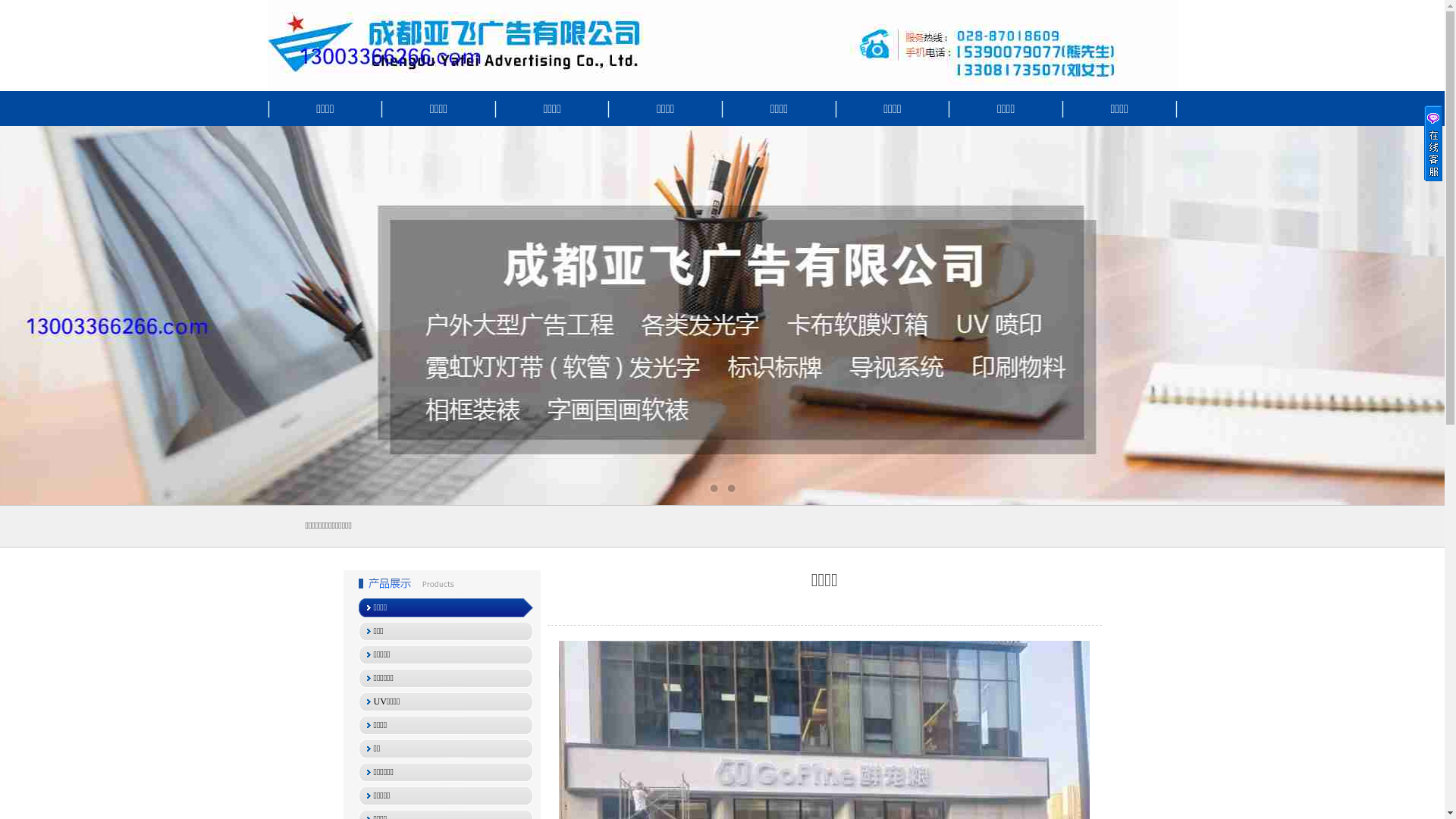 The width and height of the screenshot is (1456, 819). What do you see at coordinates (712, 488) in the screenshot?
I see `'1'` at bounding box center [712, 488].